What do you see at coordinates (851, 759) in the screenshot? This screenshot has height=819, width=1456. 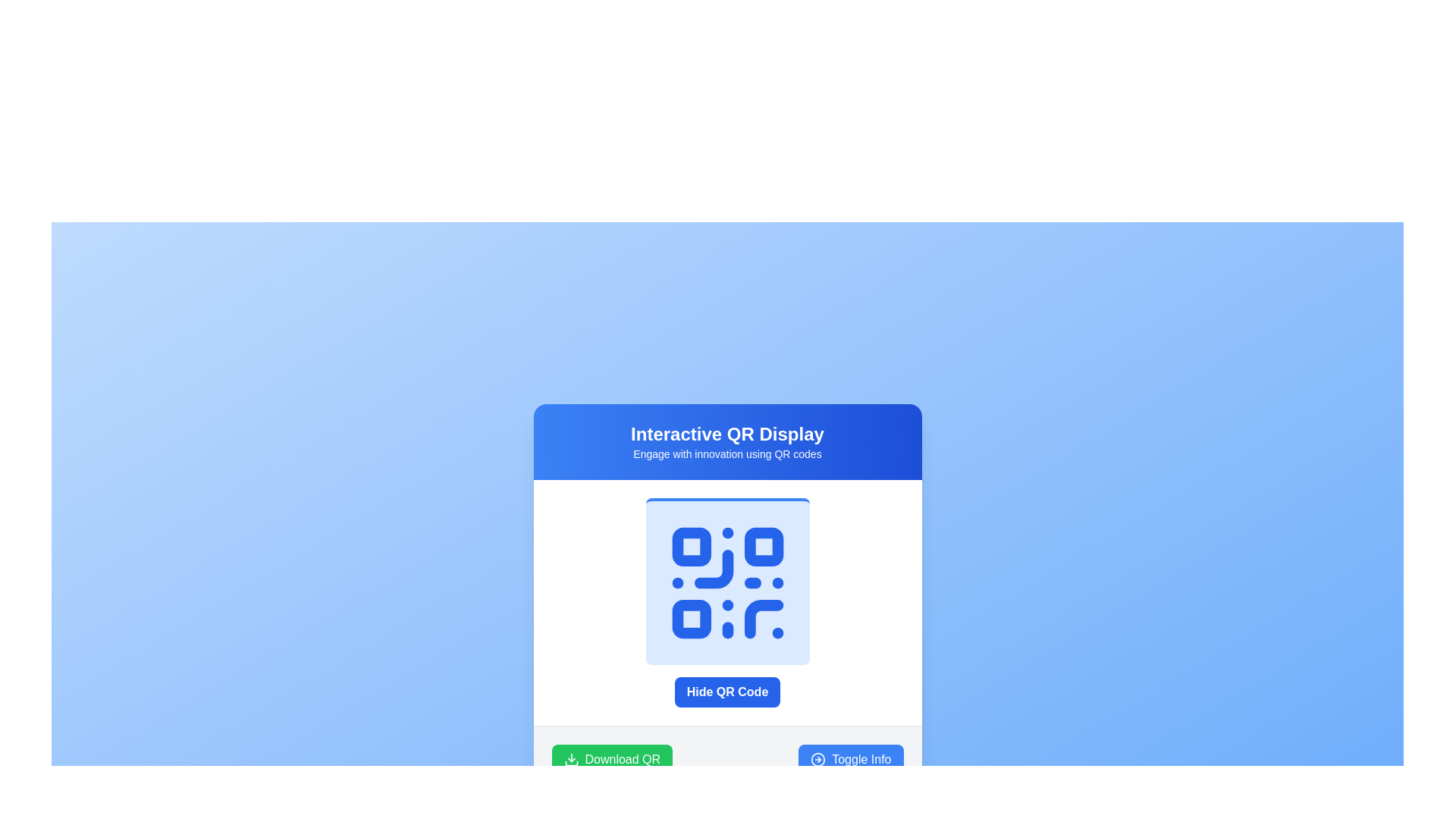 I see `the second button in the bottom-right corner of the section` at bounding box center [851, 759].